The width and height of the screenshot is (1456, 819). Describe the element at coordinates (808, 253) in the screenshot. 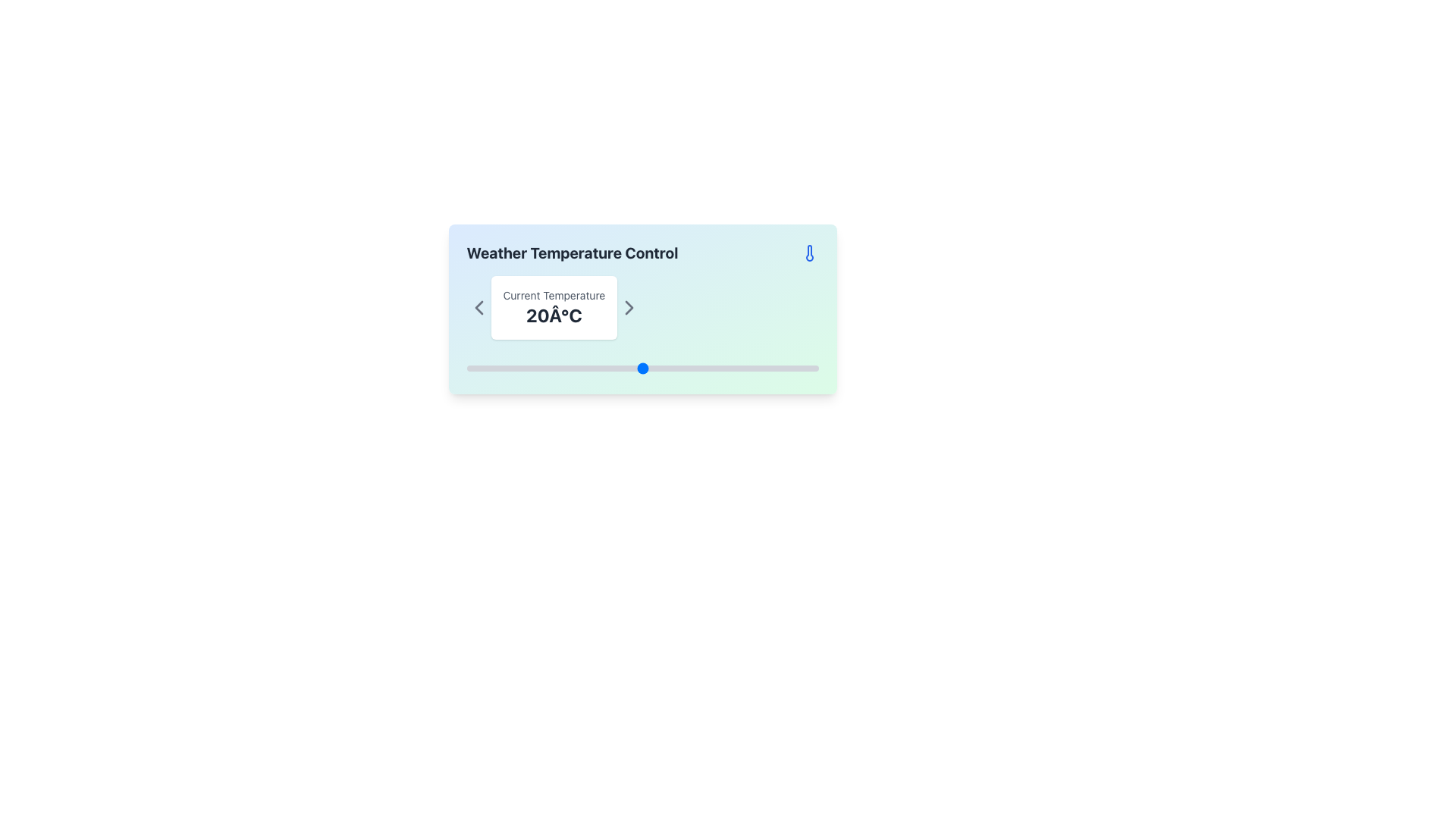

I see `the red-filled bulb of the thermometer icon in the 'Weather Temperature Control' interface, which visually represents temperature` at that location.